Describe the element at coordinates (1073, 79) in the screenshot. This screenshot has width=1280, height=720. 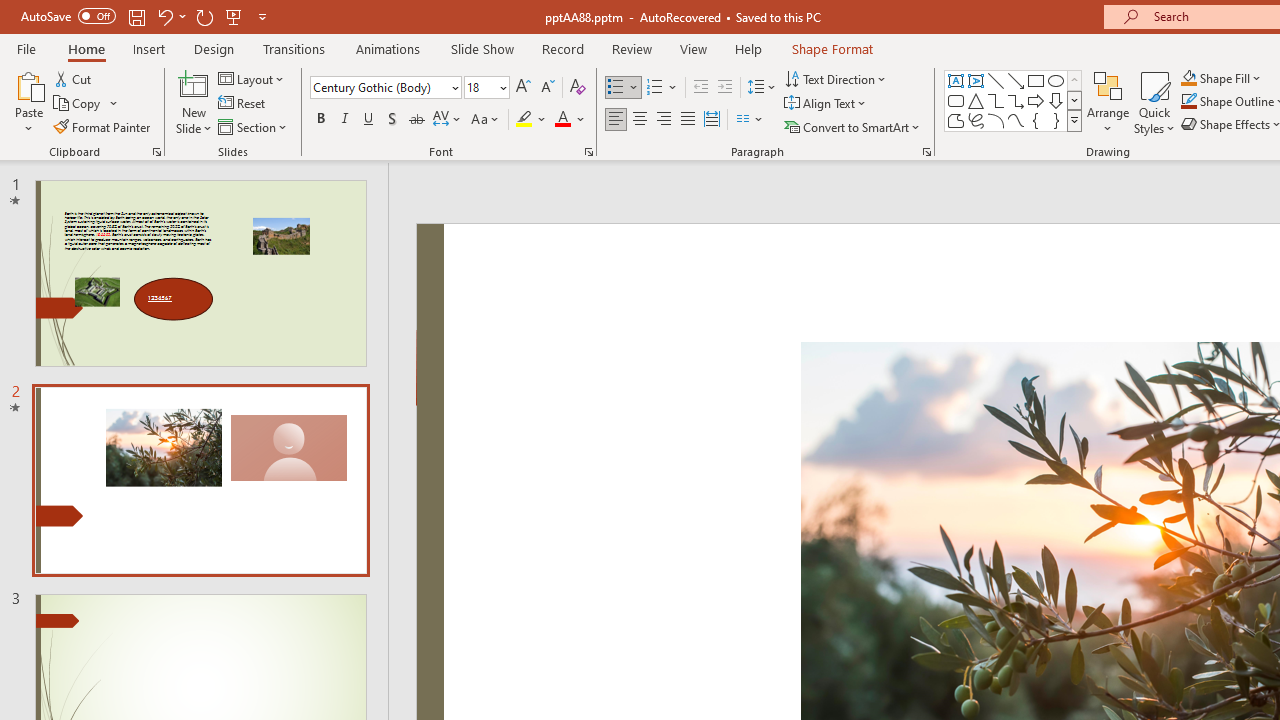
I see `'Row up'` at that location.